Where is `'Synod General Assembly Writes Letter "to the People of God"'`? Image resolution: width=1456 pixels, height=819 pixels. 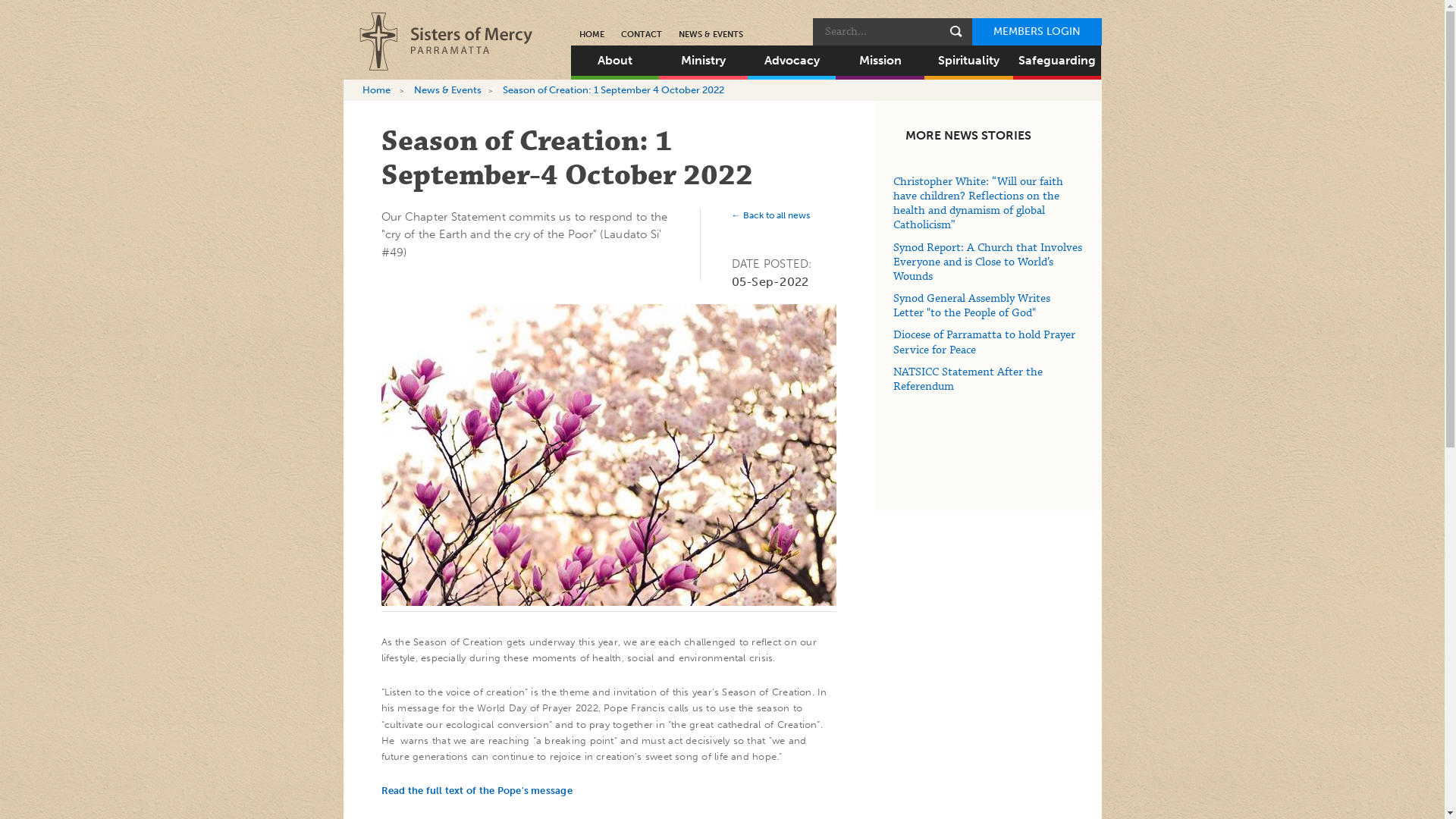 'Synod General Assembly Writes Letter "to the People of God"' is located at coordinates (971, 306).